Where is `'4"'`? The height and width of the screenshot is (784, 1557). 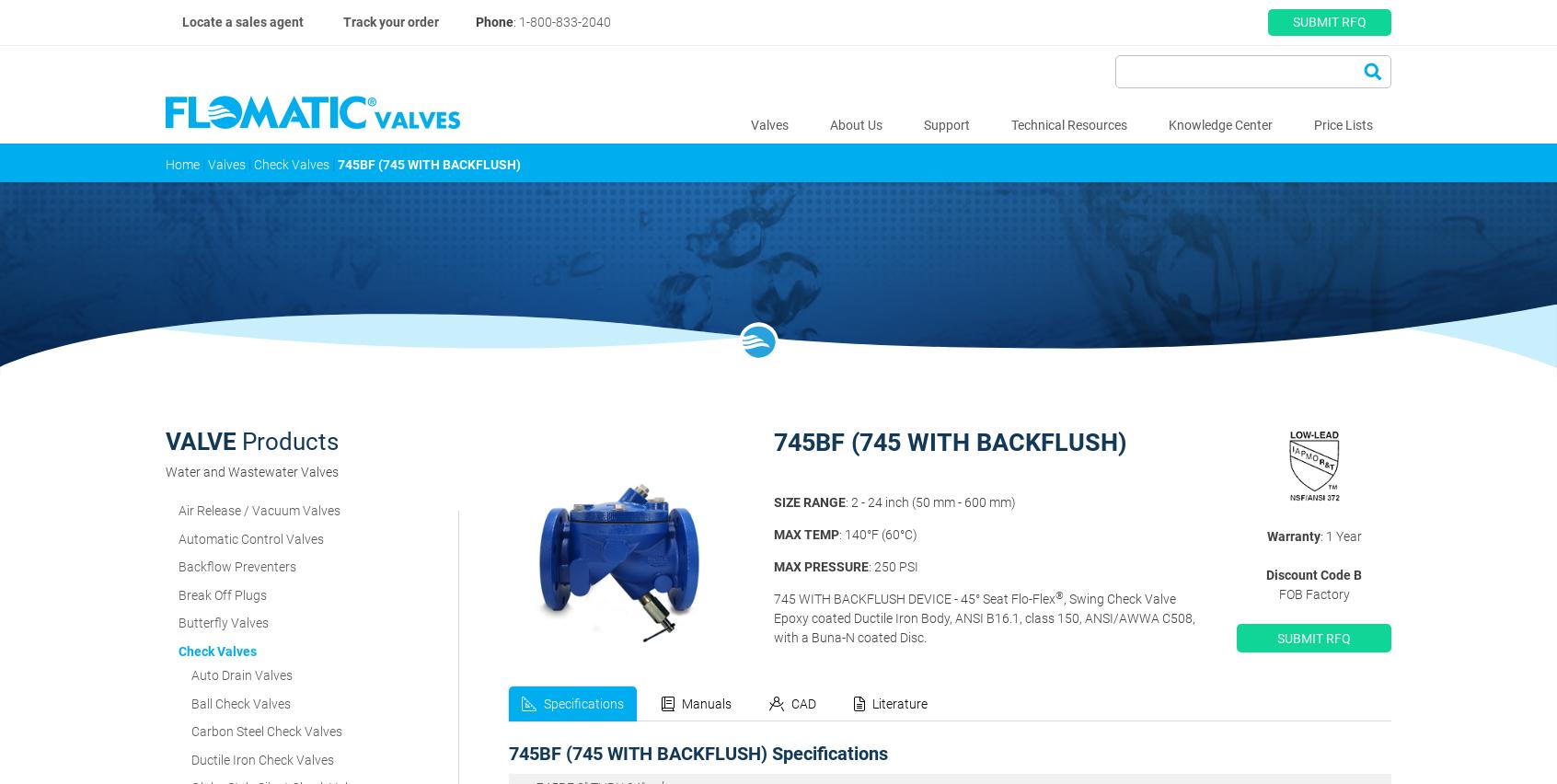
'4"' is located at coordinates (736, 705).